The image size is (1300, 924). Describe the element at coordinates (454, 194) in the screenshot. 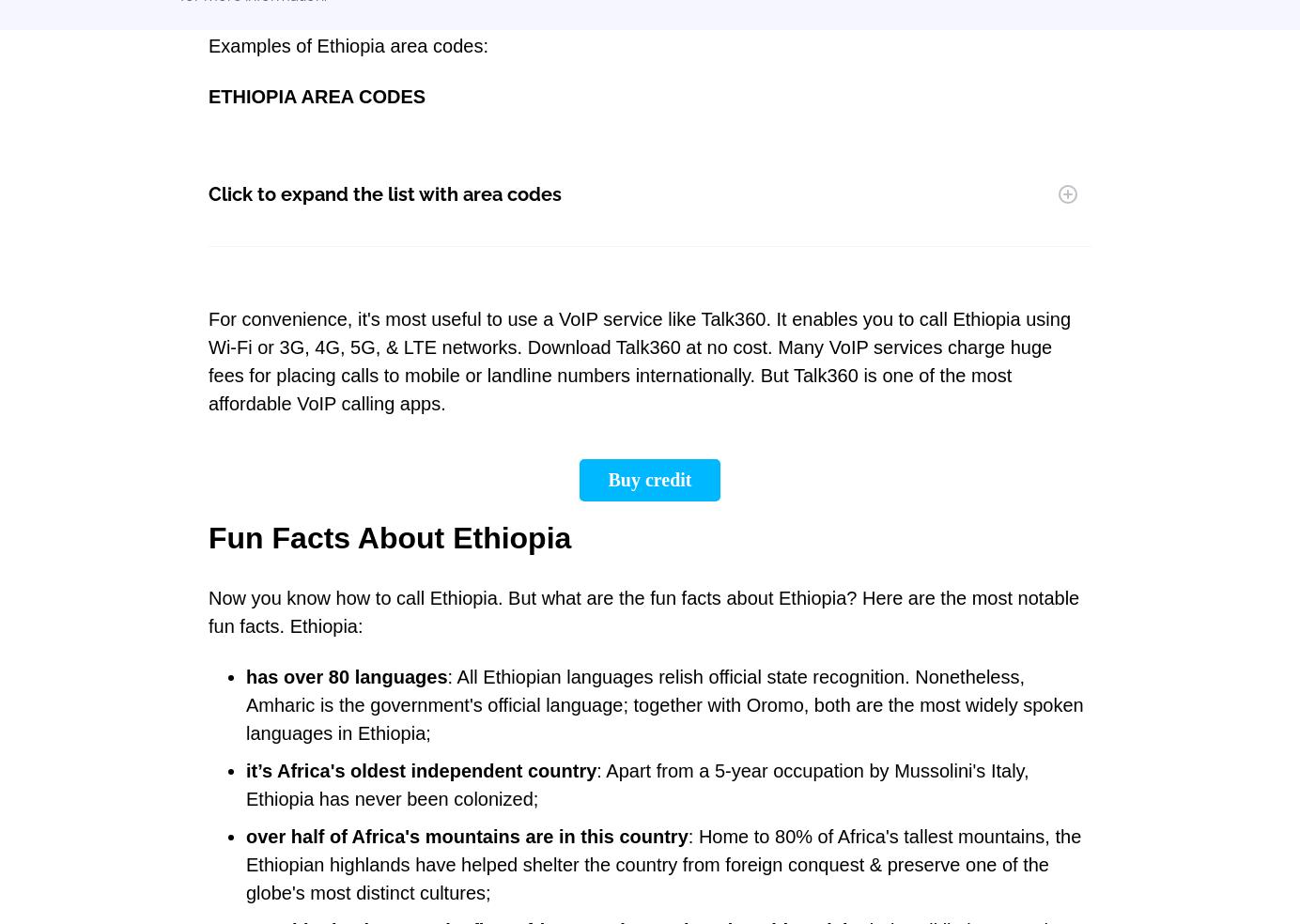

I see `'the list with area codes'` at that location.